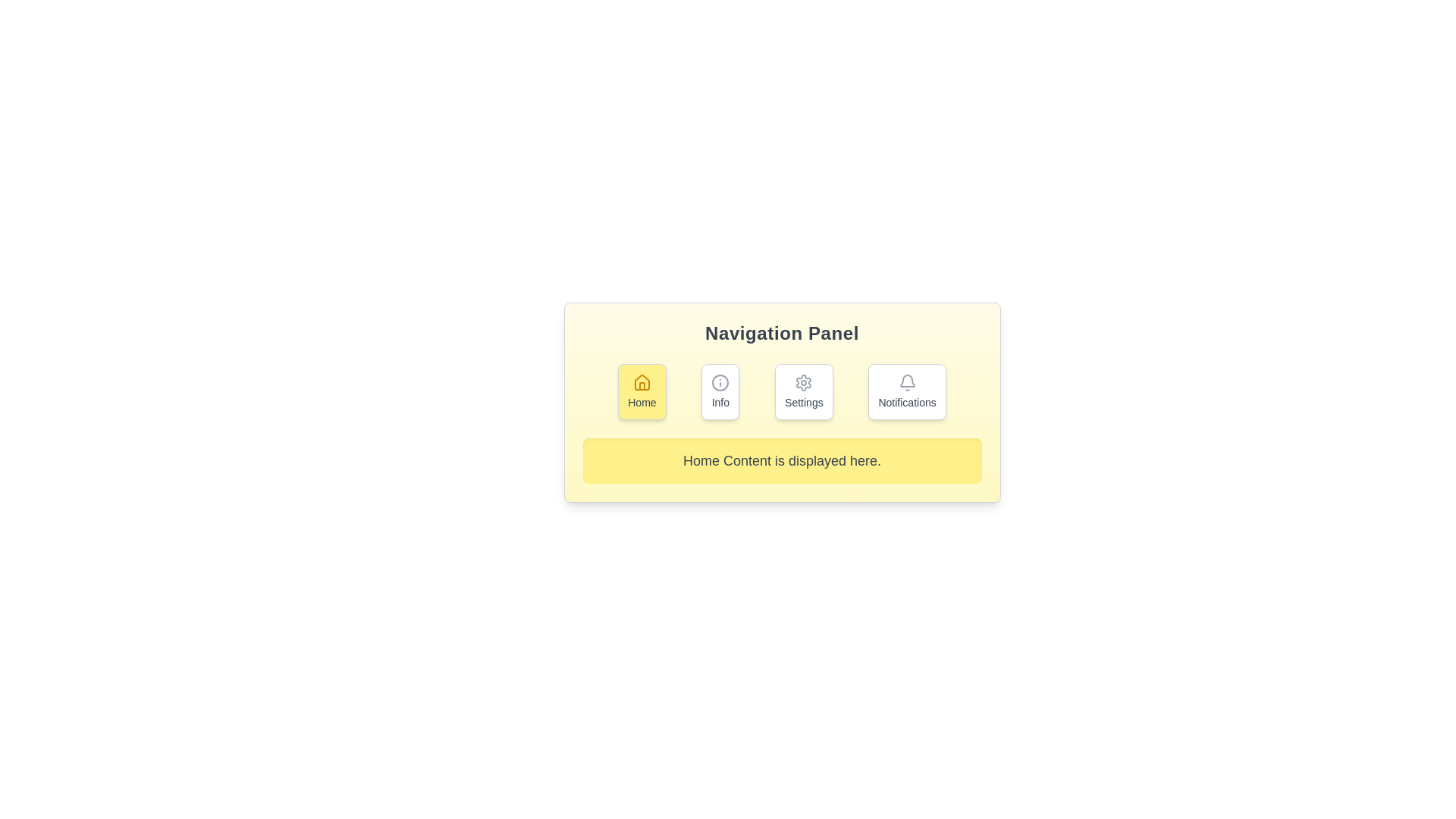  Describe the element at coordinates (803, 382) in the screenshot. I see `the 'Settings' icon, which is the third button from the left in a row of four buttons located in the center of the interface` at that location.